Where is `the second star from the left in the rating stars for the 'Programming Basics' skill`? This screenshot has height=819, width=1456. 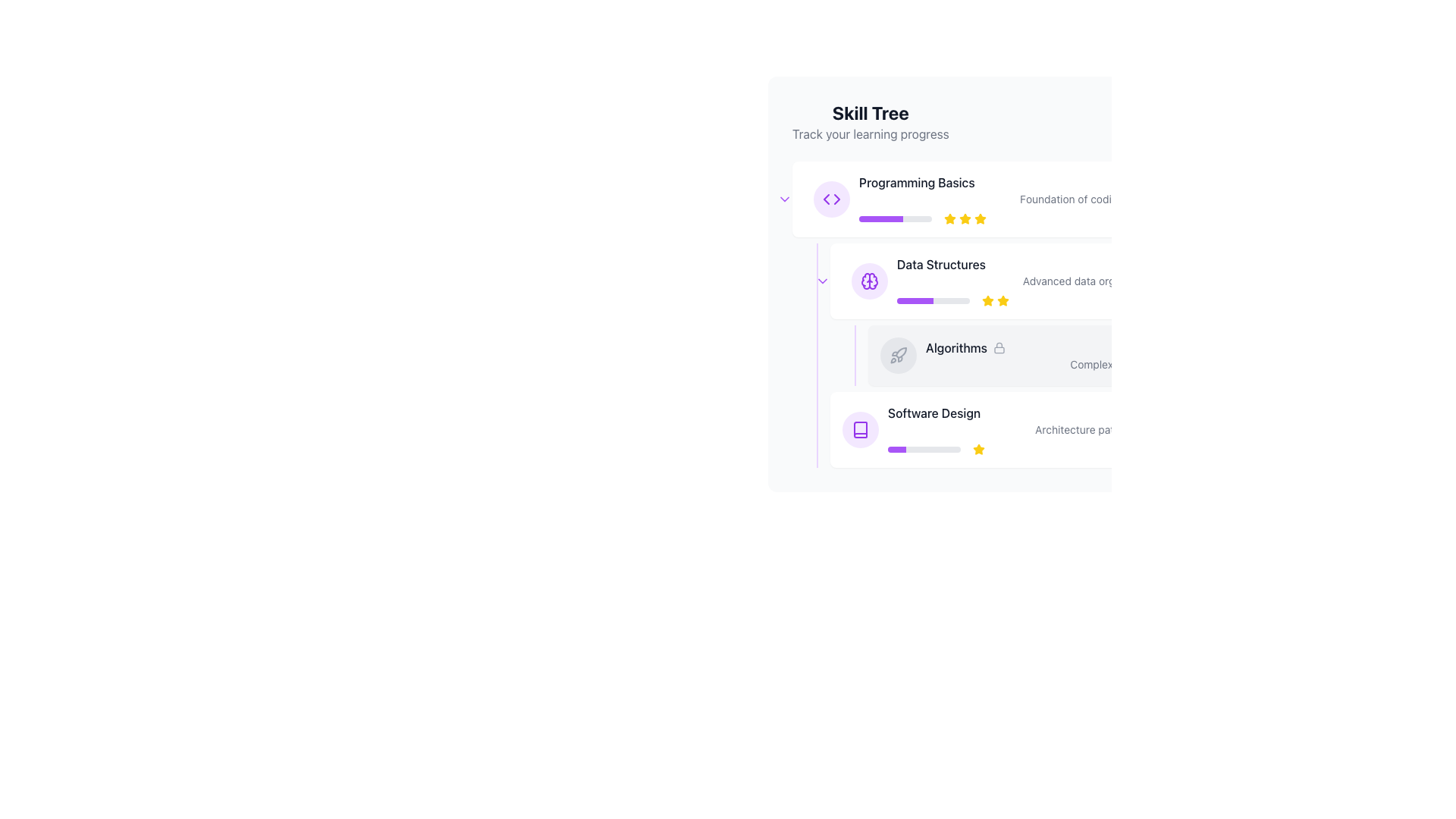 the second star from the left in the rating stars for the 'Programming Basics' skill is located at coordinates (964, 218).